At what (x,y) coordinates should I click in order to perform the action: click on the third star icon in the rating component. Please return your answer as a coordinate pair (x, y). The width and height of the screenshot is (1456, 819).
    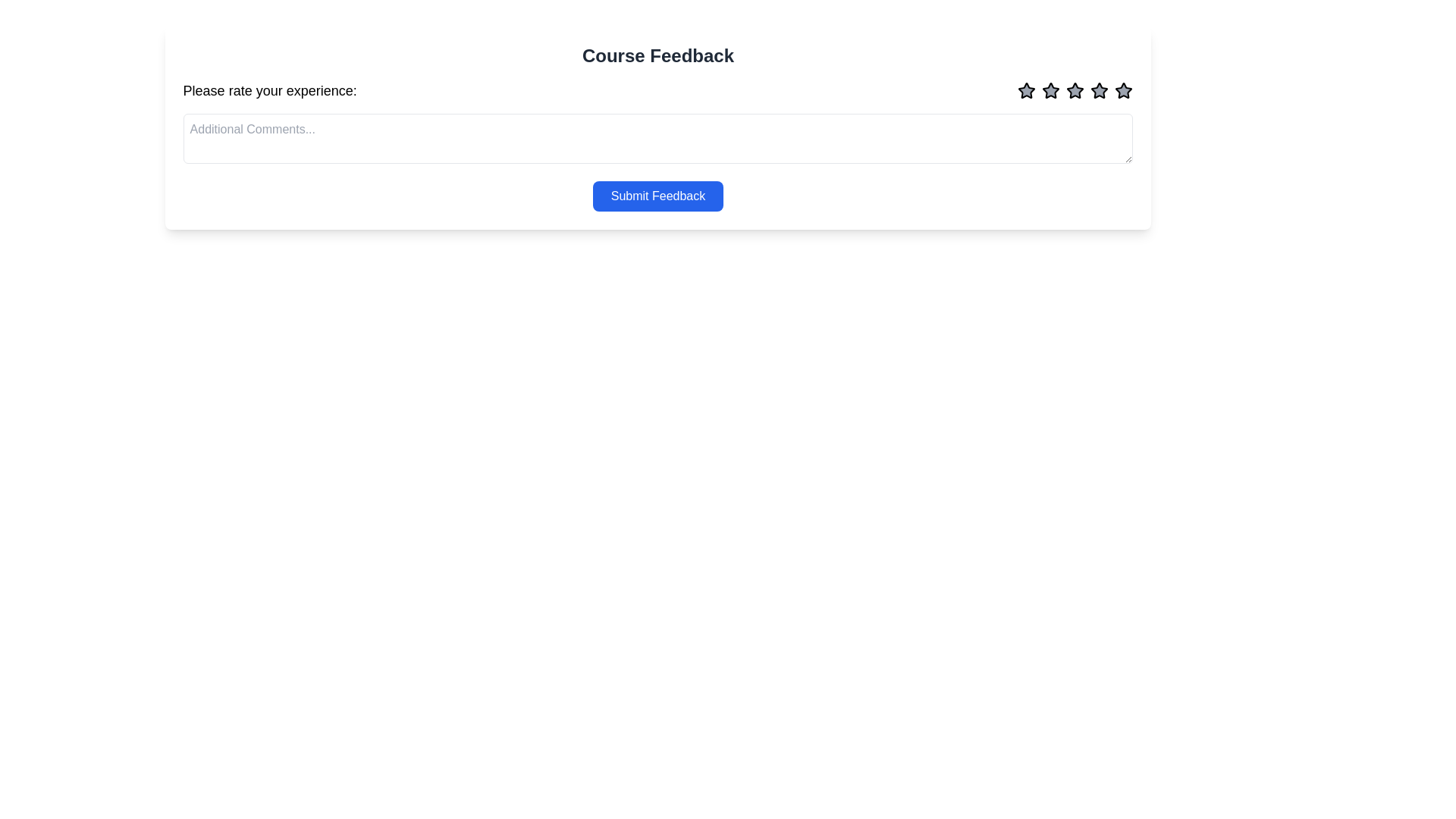
    Looking at the image, I should click on (1050, 90).